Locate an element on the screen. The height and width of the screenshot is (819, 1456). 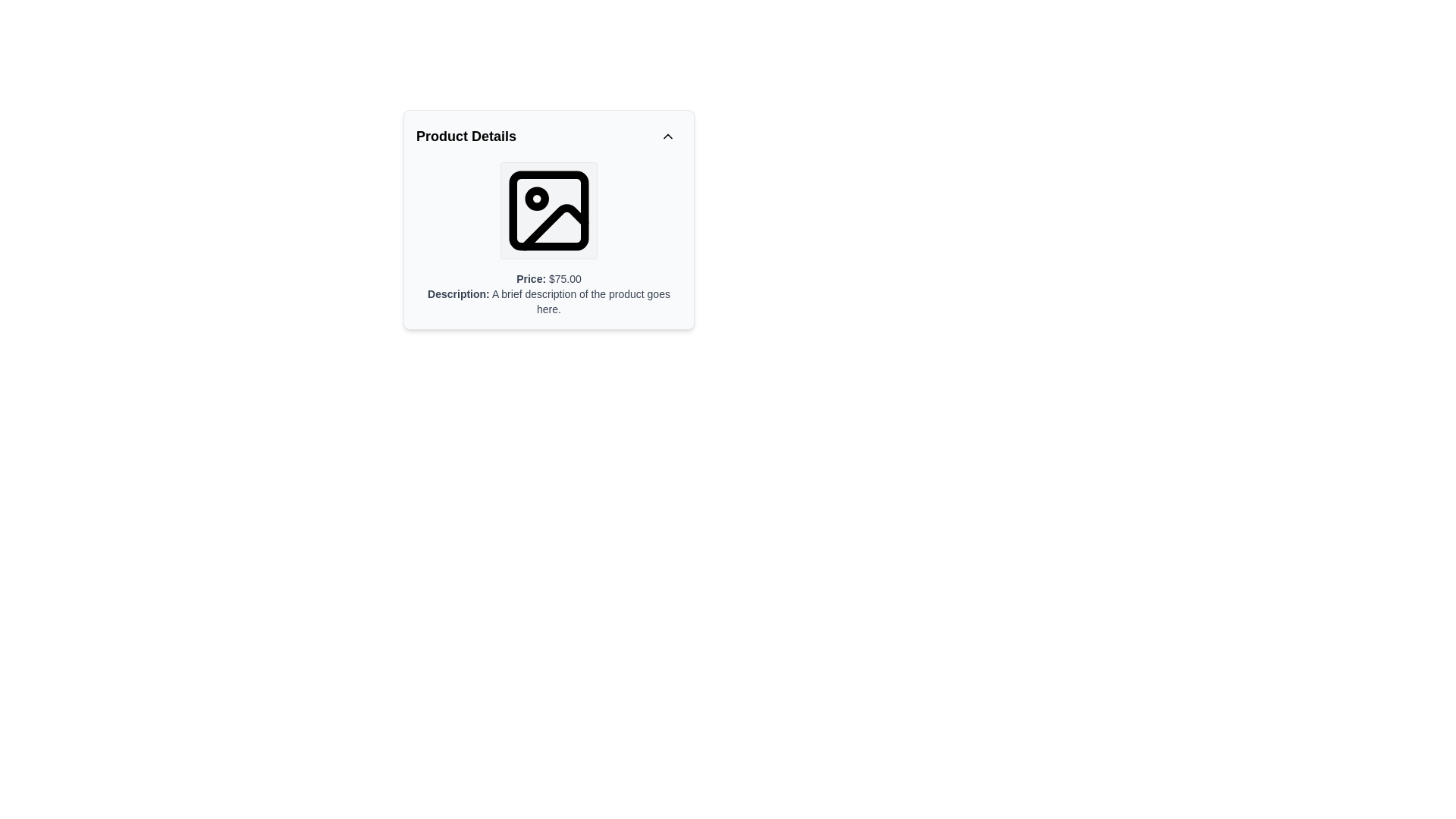
the upward-facing chevron-shaped icon located in the top-right corner of the 'Product Details' card is located at coordinates (667, 136).